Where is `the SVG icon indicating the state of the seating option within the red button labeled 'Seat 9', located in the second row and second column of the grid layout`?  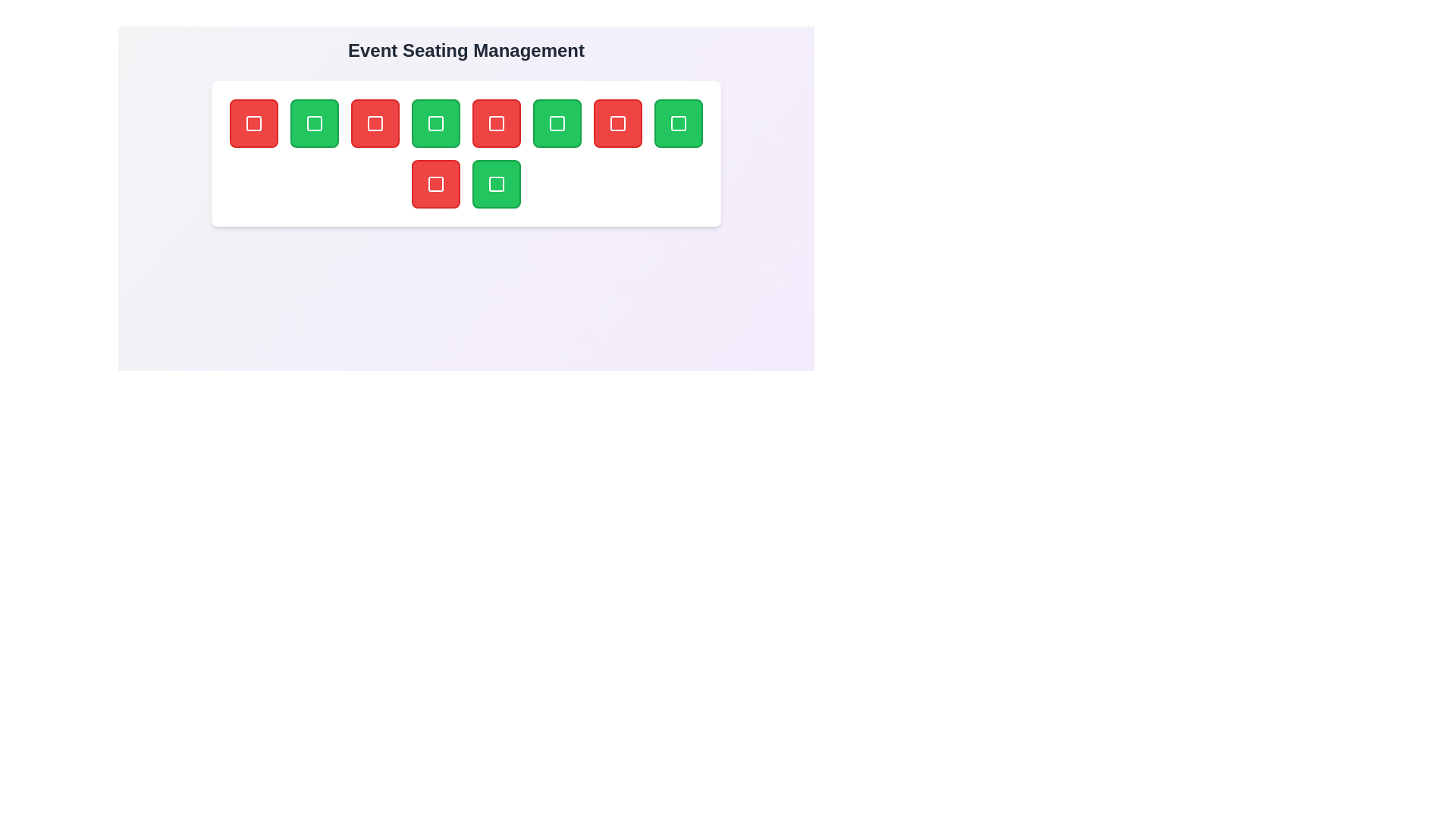
the SVG icon indicating the state of the seating option within the red button labeled 'Seat 9', located in the second row and second column of the grid layout is located at coordinates (435, 184).